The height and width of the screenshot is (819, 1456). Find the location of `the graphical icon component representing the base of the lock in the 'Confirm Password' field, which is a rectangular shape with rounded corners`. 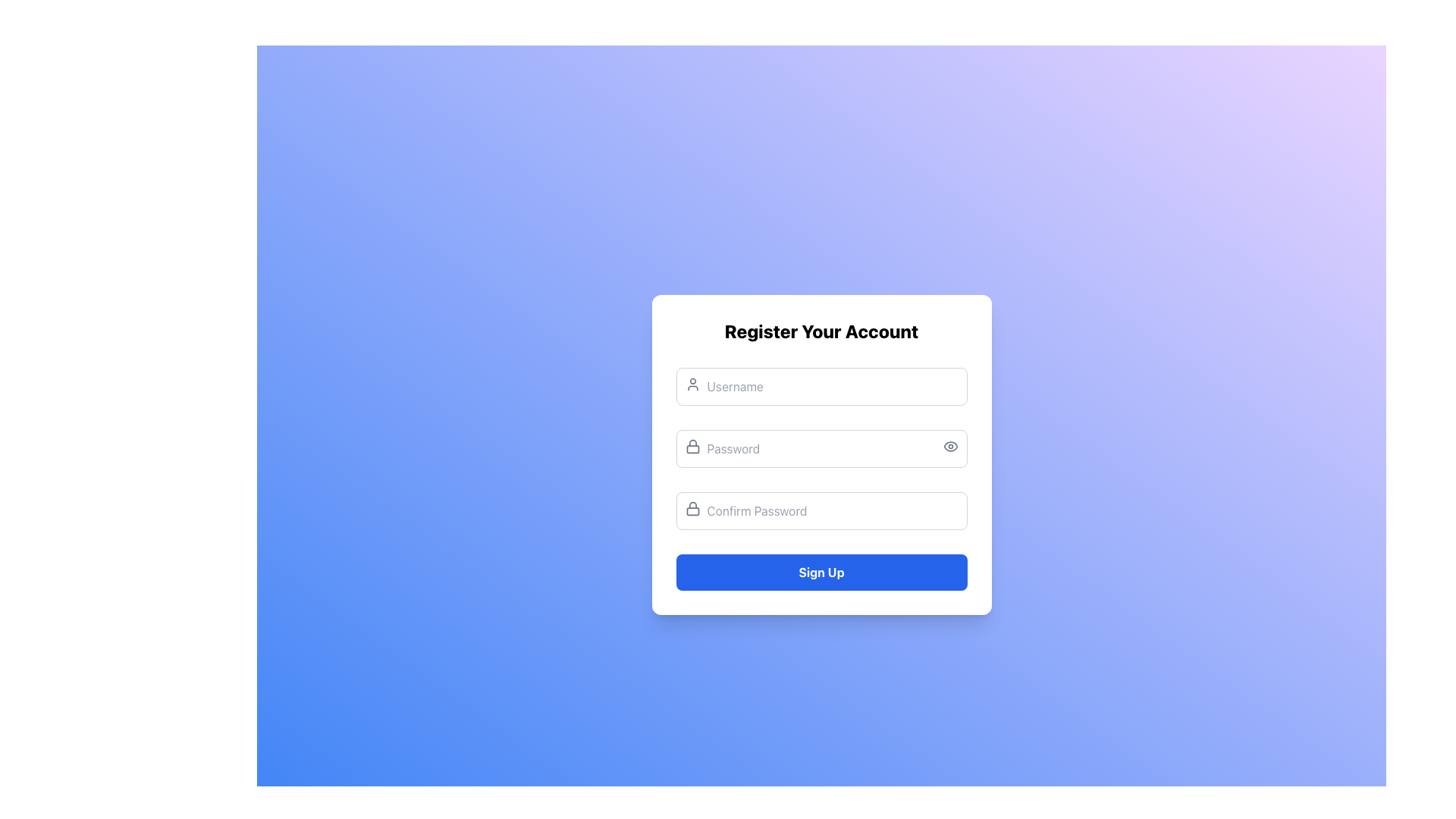

the graphical icon component representing the base of the lock in the 'Confirm Password' field, which is a rectangular shape with rounded corners is located at coordinates (692, 511).